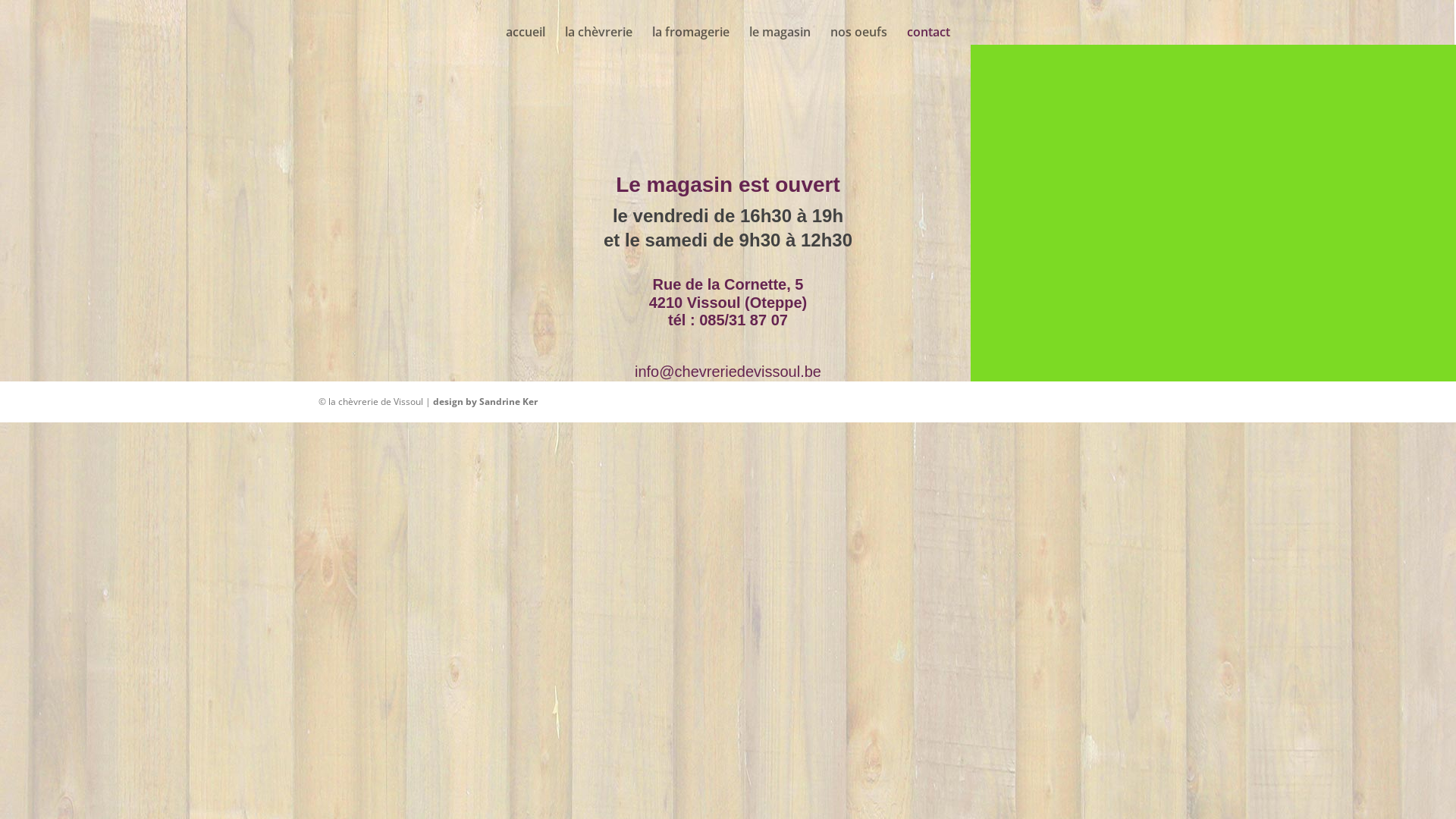  I want to click on 'contact', so click(927, 35).